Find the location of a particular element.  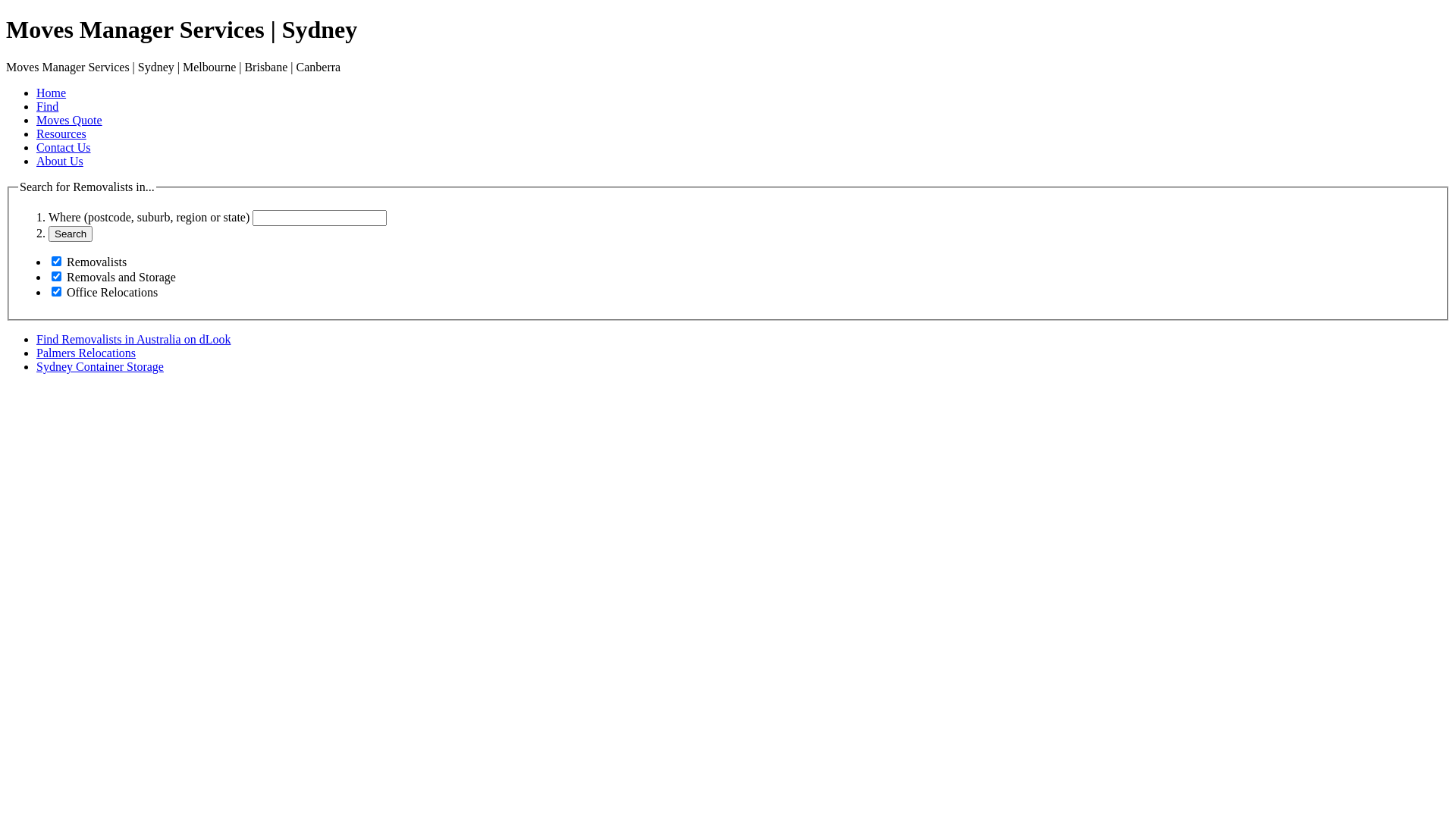

'Moves Quote' is located at coordinates (68, 119).